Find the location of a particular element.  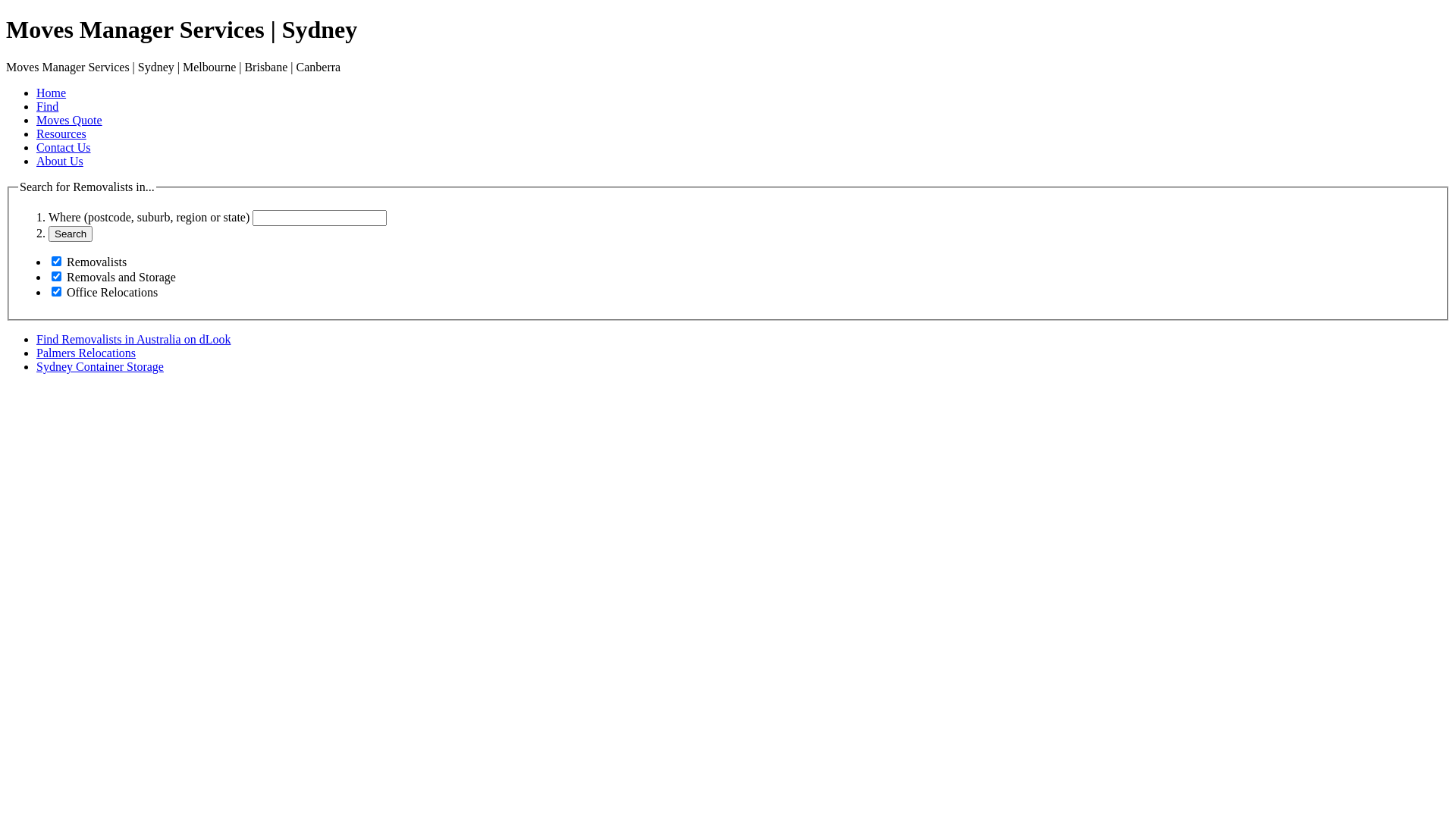

'Moves Quote' is located at coordinates (68, 119).